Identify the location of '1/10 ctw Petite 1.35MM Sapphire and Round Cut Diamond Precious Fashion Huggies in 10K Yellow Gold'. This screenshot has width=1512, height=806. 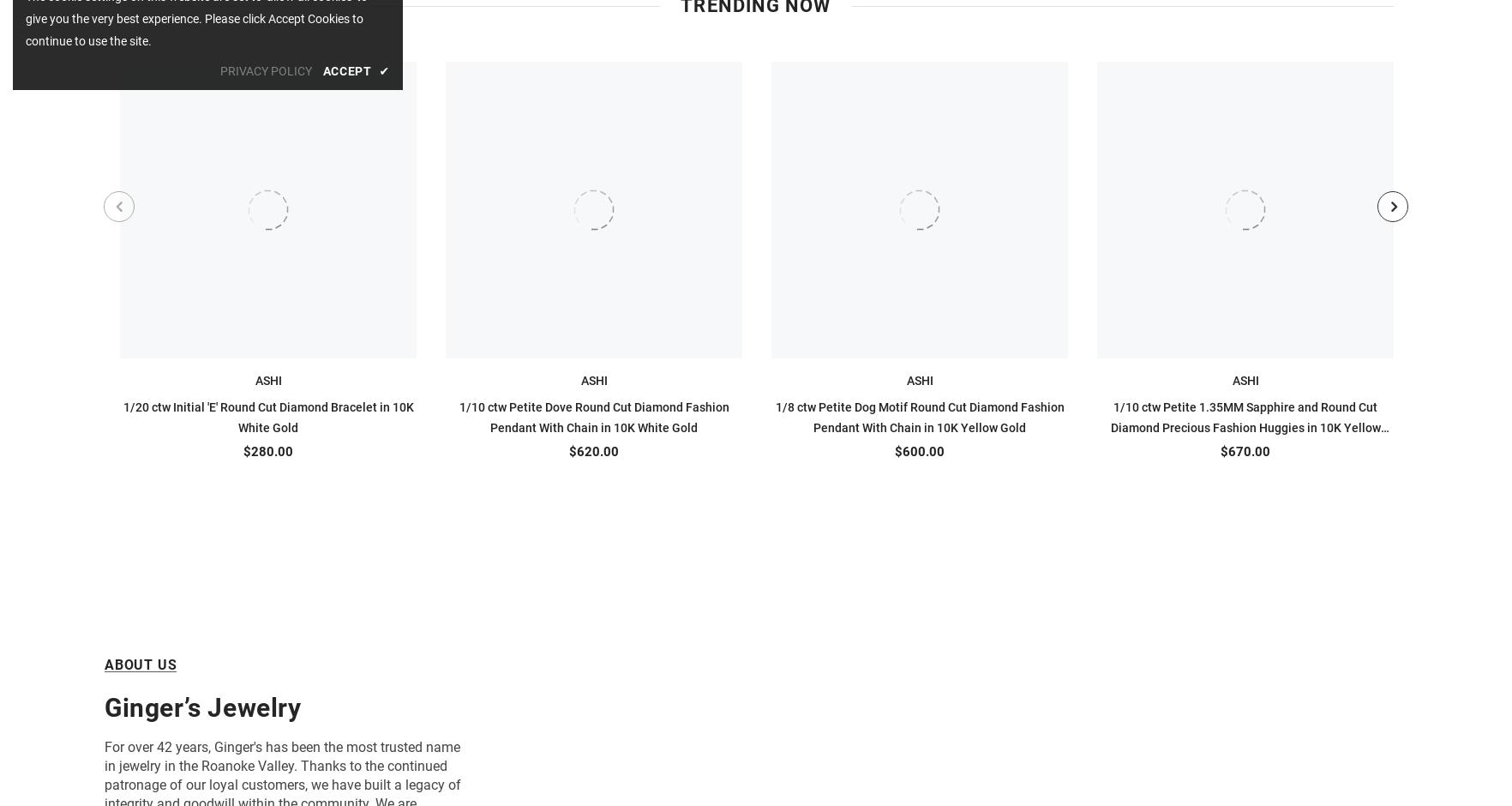
(1245, 427).